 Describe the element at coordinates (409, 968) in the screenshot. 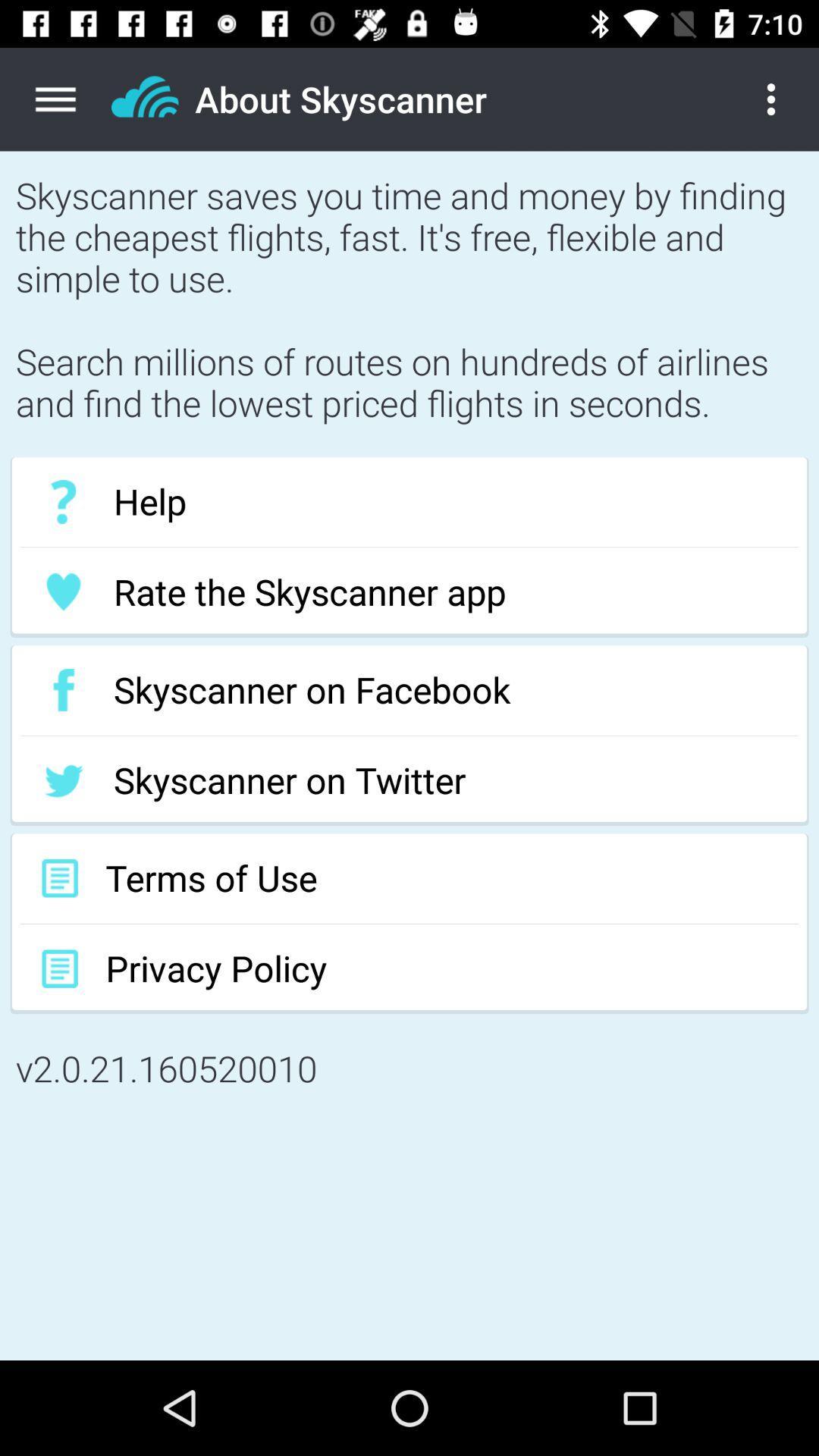

I see `item below terms of use icon` at that location.